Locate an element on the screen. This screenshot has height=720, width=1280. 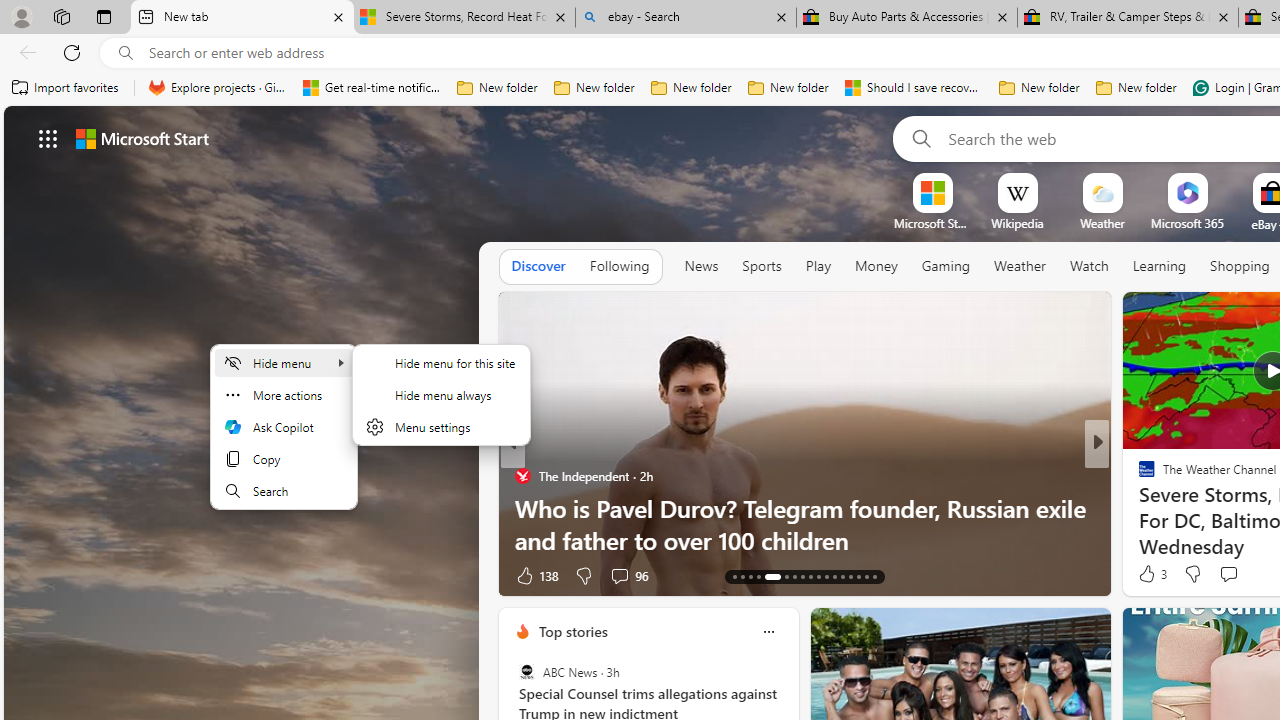
'Menu settings' is located at coordinates (440, 425).